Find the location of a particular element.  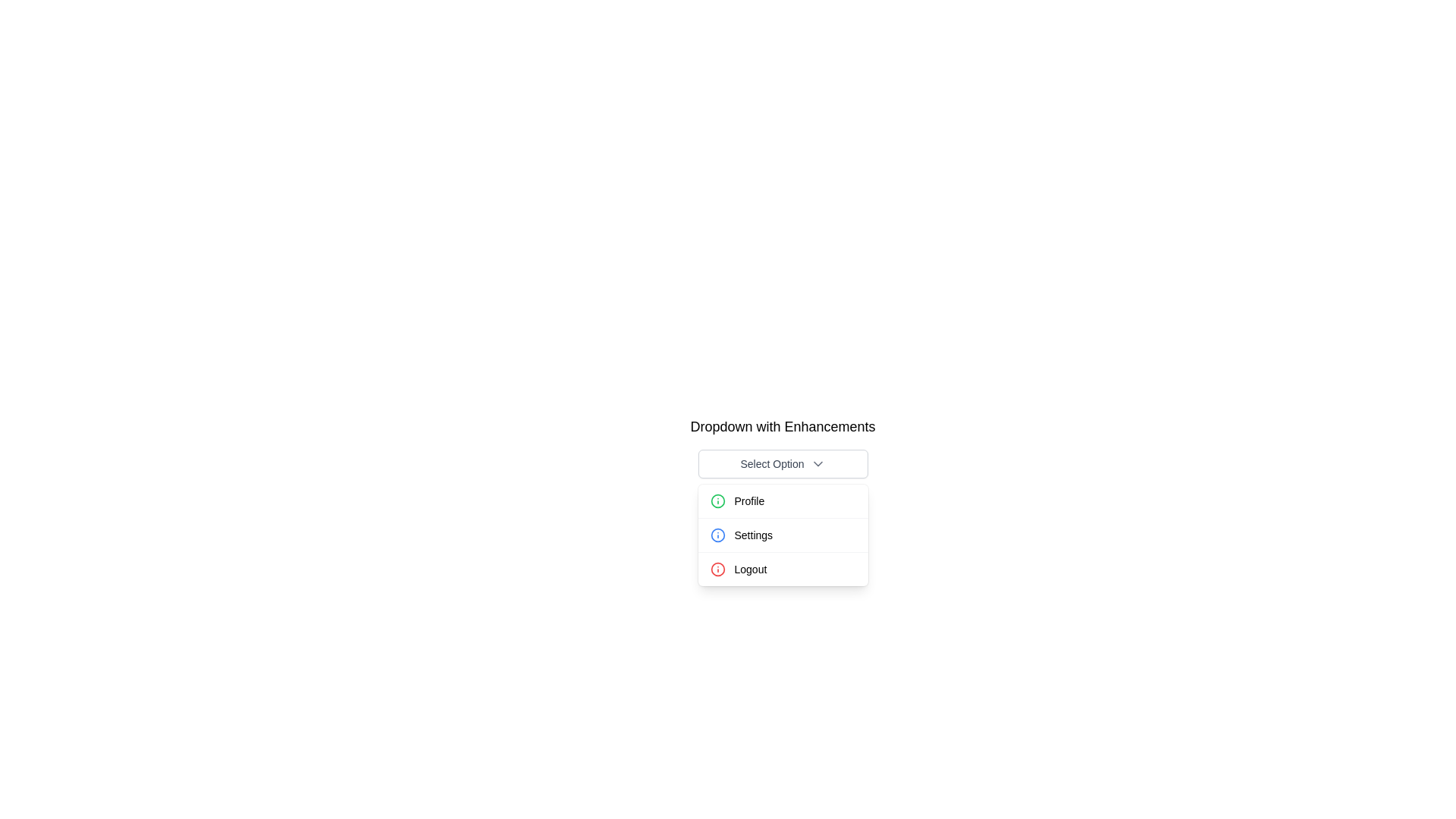

the green circular icon with a white outline, resembling a stylized 'i', located on the left side of the 'Profile' dropdown menu is located at coordinates (717, 500).